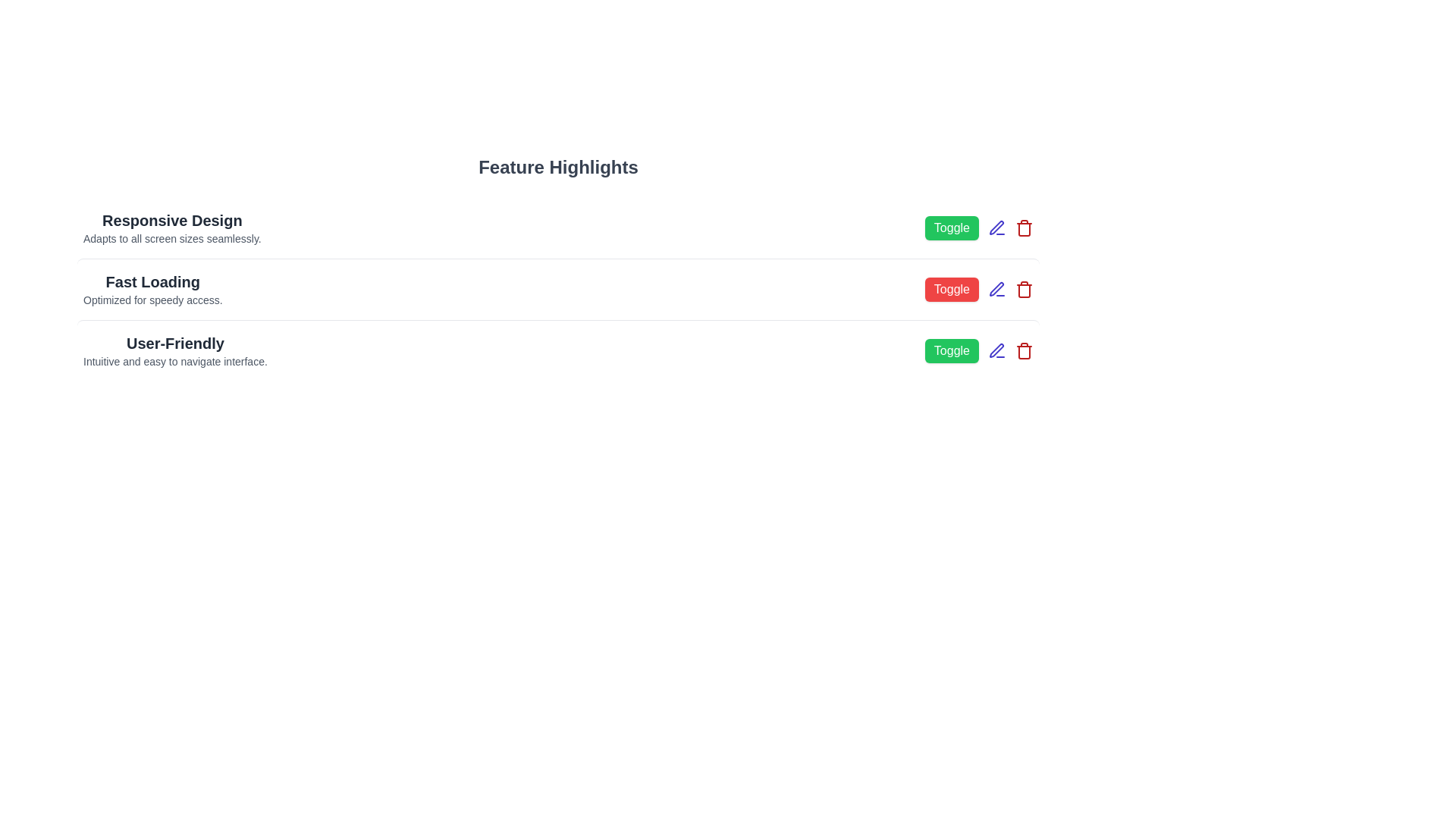 This screenshot has width=1456, height=819. What do you see at coordinates (1024, 350) in the screenshot?
I see `the delete button for the feature 'User-Friendly'` at bounding box center [1024, 350].